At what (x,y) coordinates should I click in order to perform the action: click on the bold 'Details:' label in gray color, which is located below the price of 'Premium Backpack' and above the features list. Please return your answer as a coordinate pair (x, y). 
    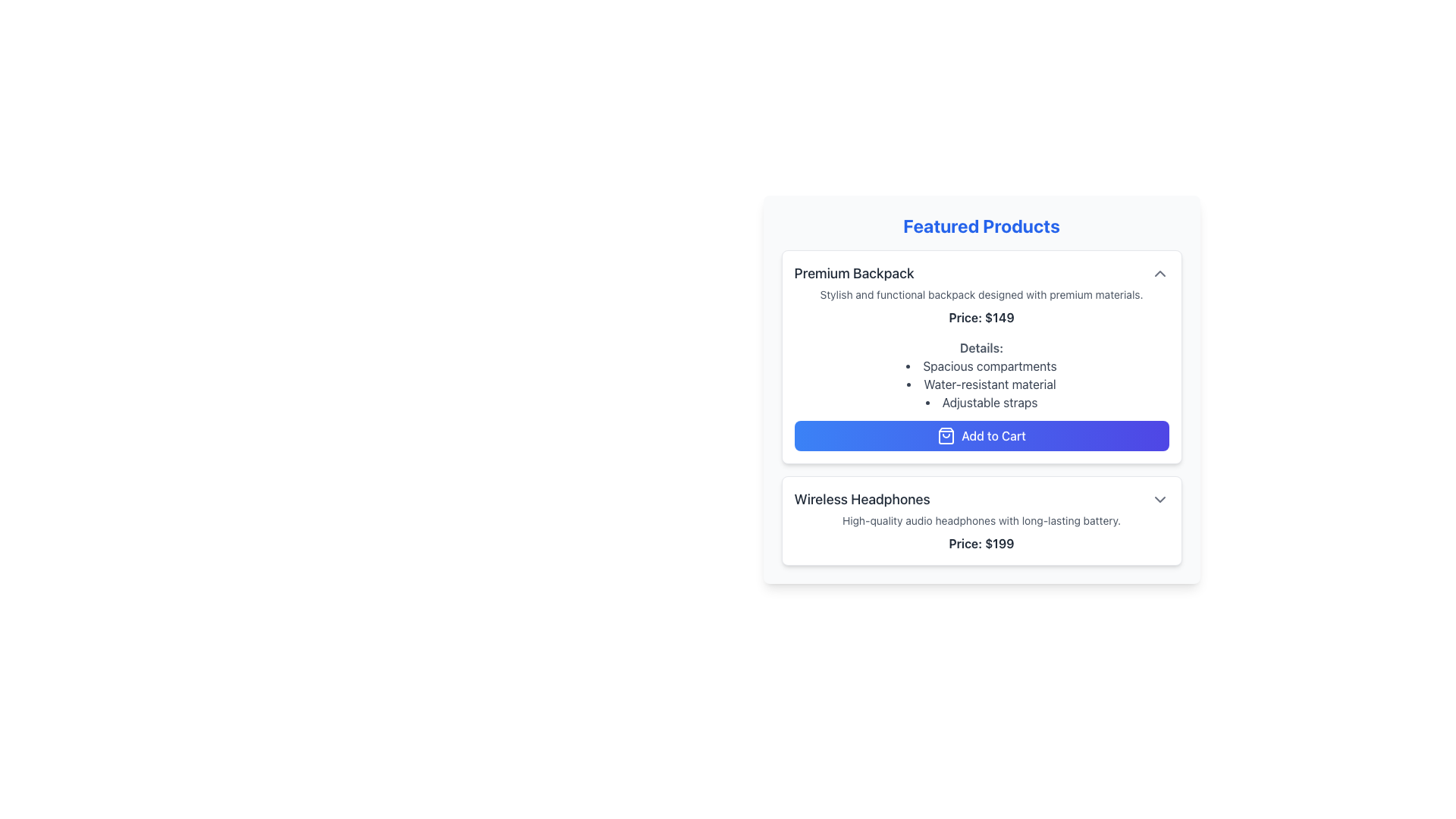
    Looking at the image, I should click on (981, 348).